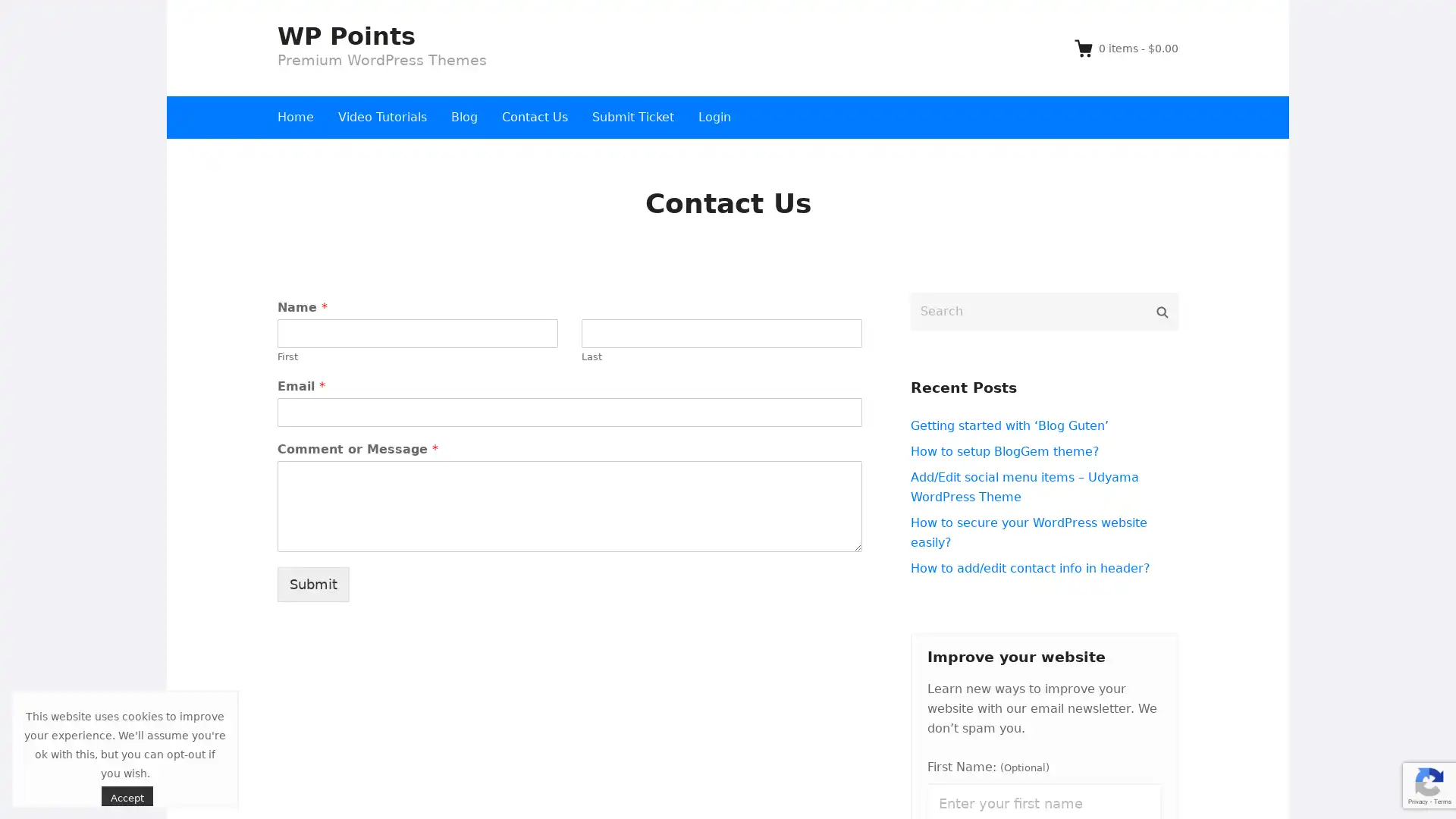 Image resolution: width=1456 pixels, height=819 pixels. What do you see at coordinates (312, 583) in the screenshot?
I see `Submit` at bounding box center [312, 583].